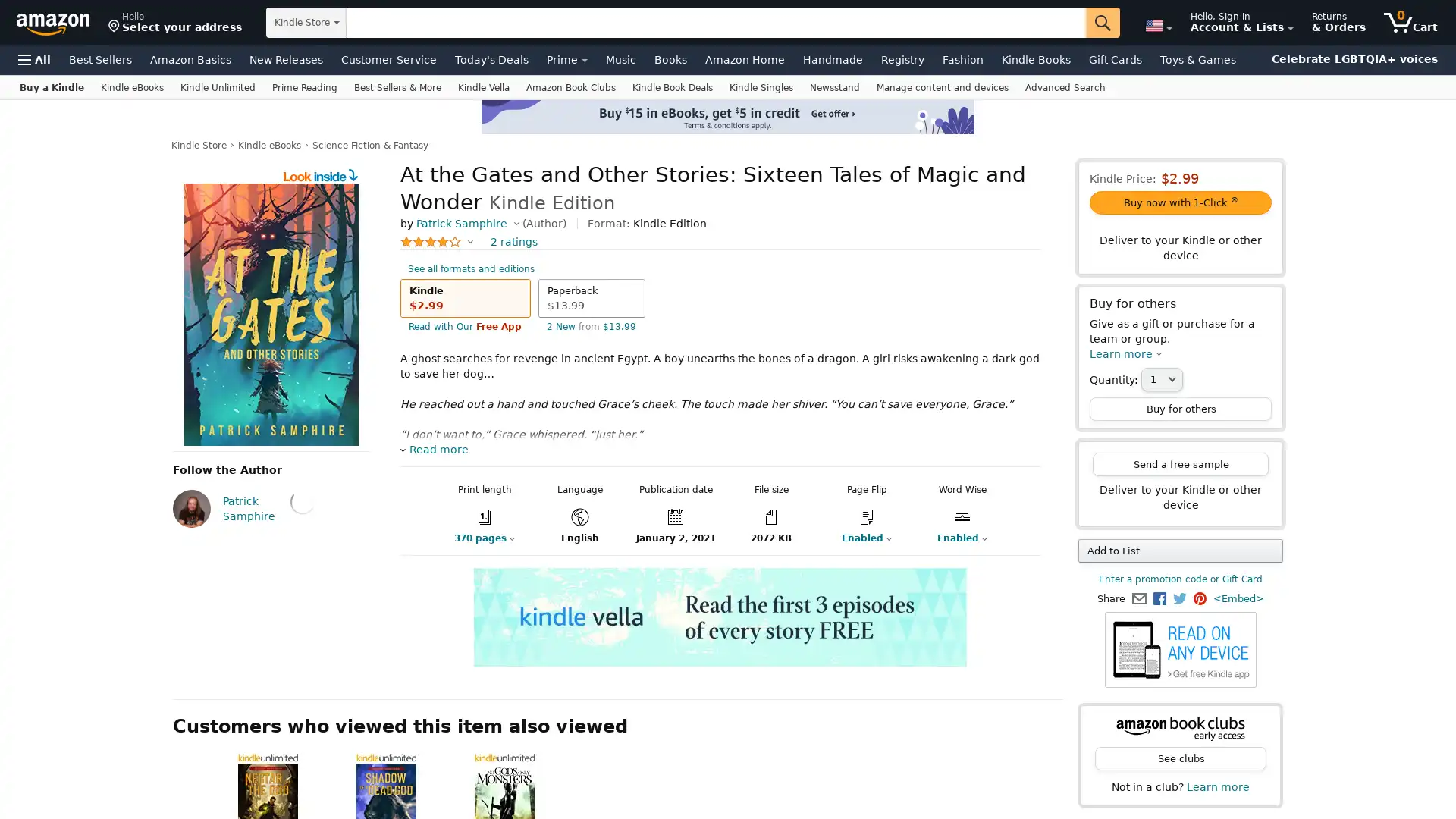  I want to click on Open Menu, so click(34, 58).